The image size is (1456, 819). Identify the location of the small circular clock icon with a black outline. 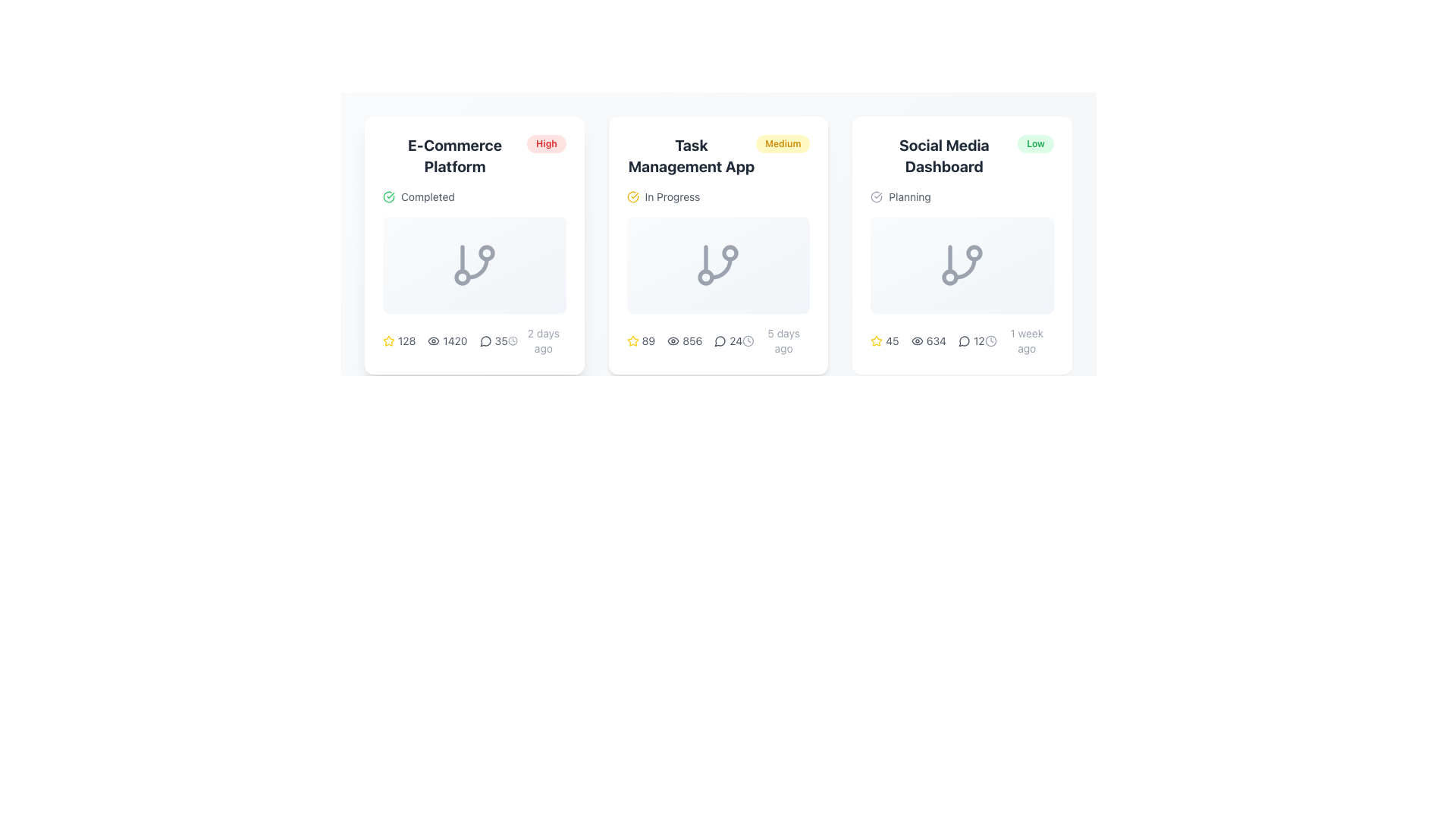
(513, 341).